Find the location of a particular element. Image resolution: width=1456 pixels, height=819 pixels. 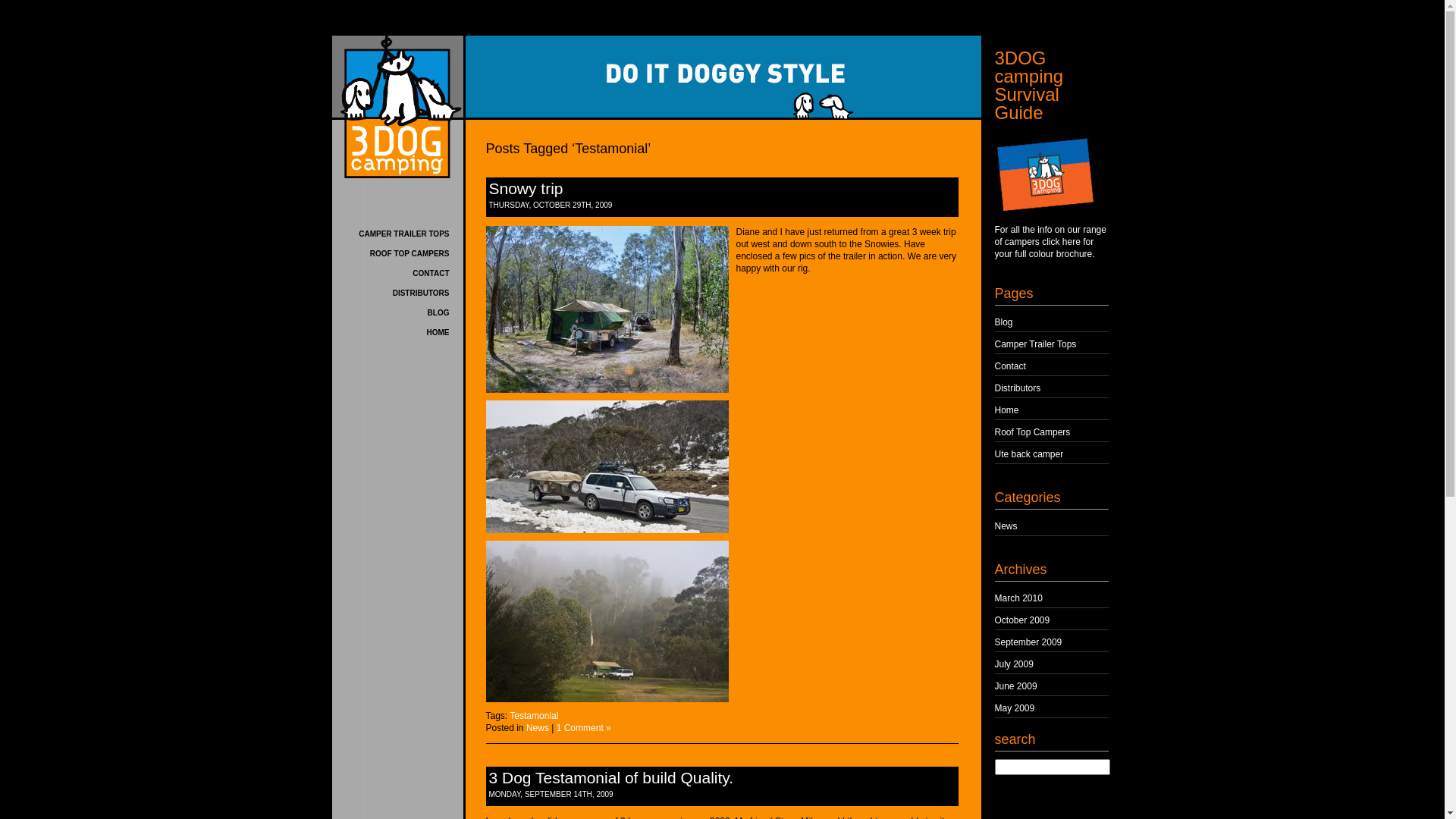

'HOME' is located at coordinates (425, 331).